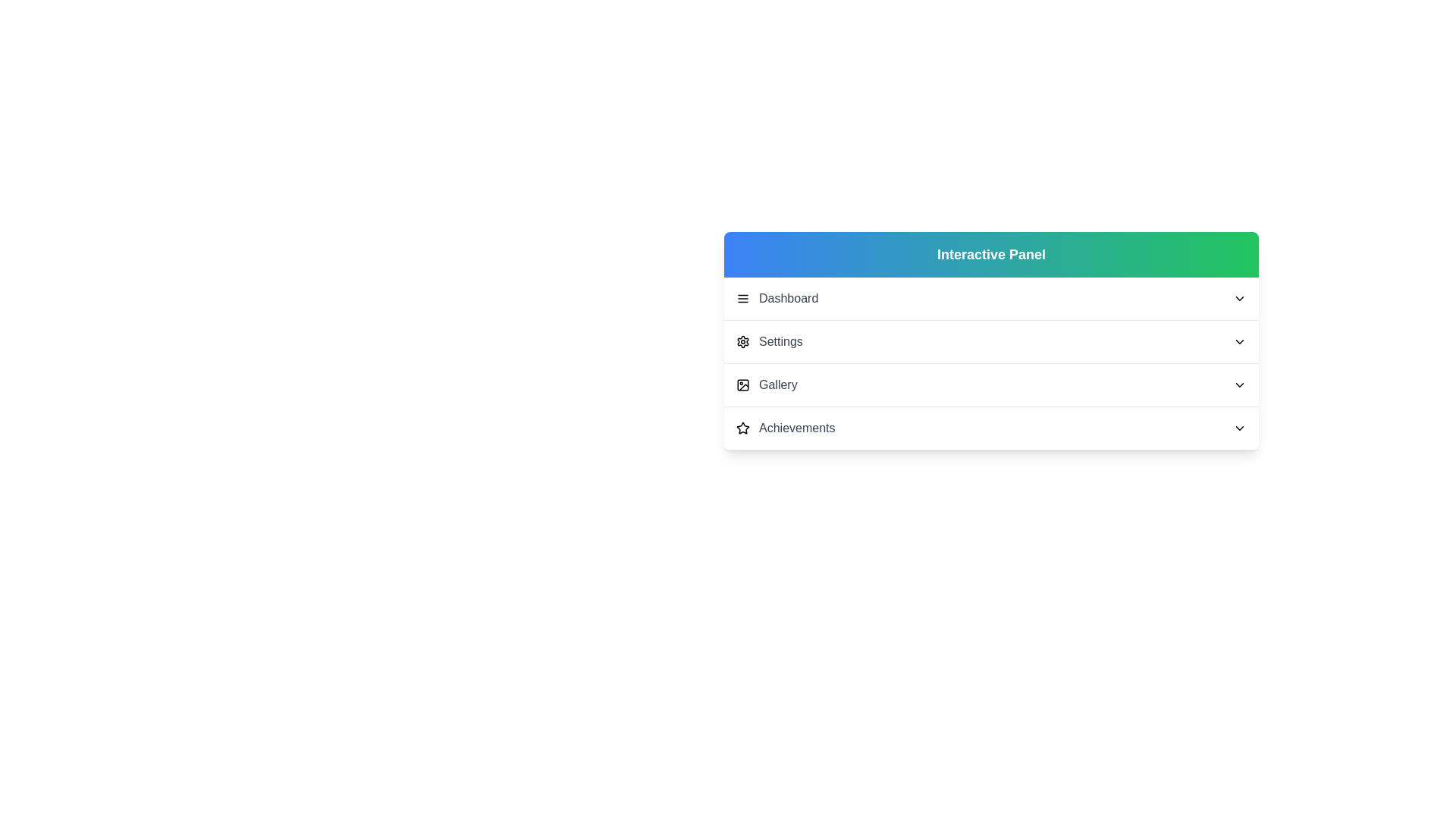  What do you see at coordinates (742, 428) in the screenshot?
I see `the star icon located to the left of the text label 'Achievements' in the fourth row of the menu` at bounding box center [742, 428].